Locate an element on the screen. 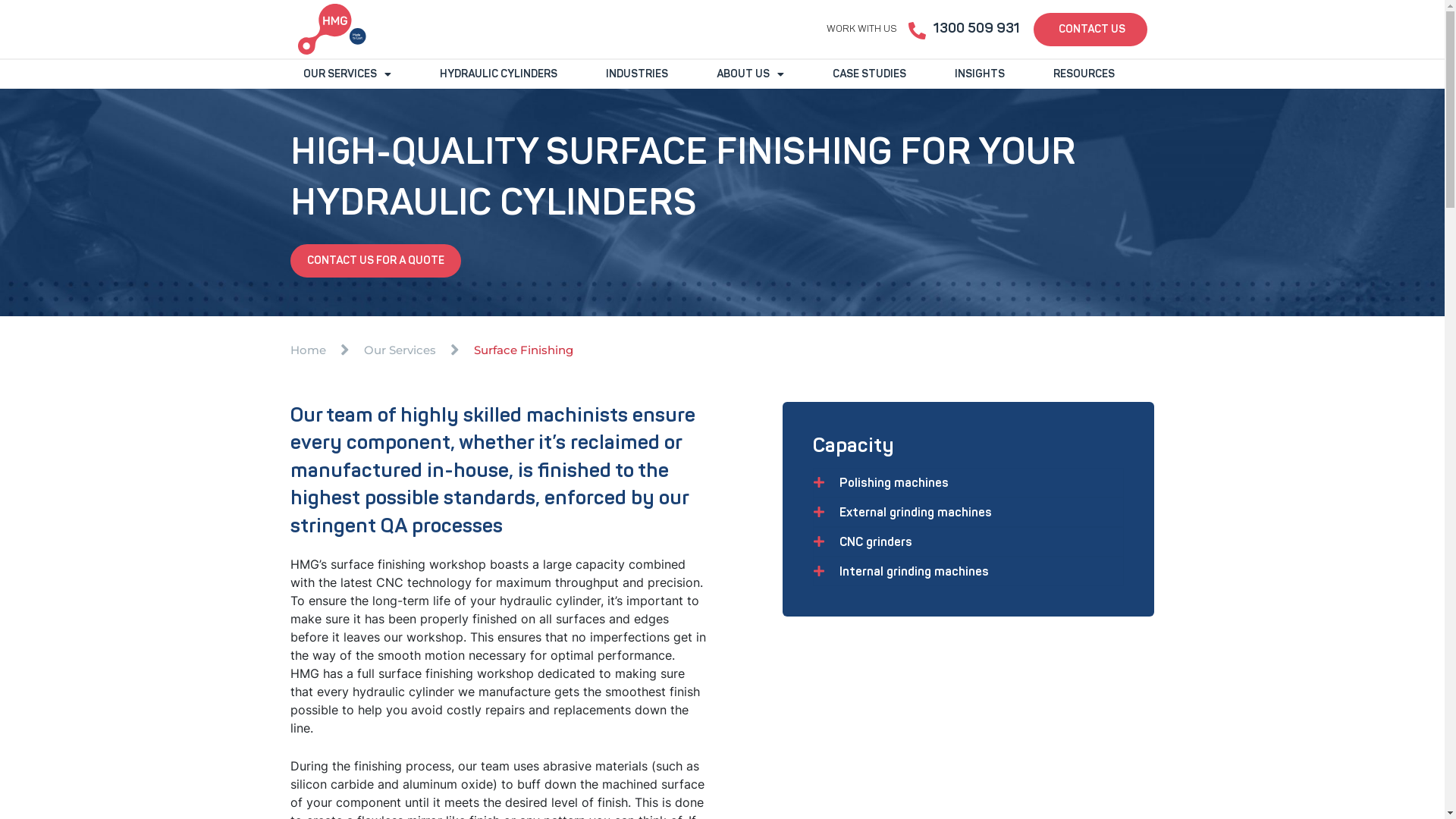 The image size is (1456, 819). 'WORK WITH US' is located at coordinates (861, 29).